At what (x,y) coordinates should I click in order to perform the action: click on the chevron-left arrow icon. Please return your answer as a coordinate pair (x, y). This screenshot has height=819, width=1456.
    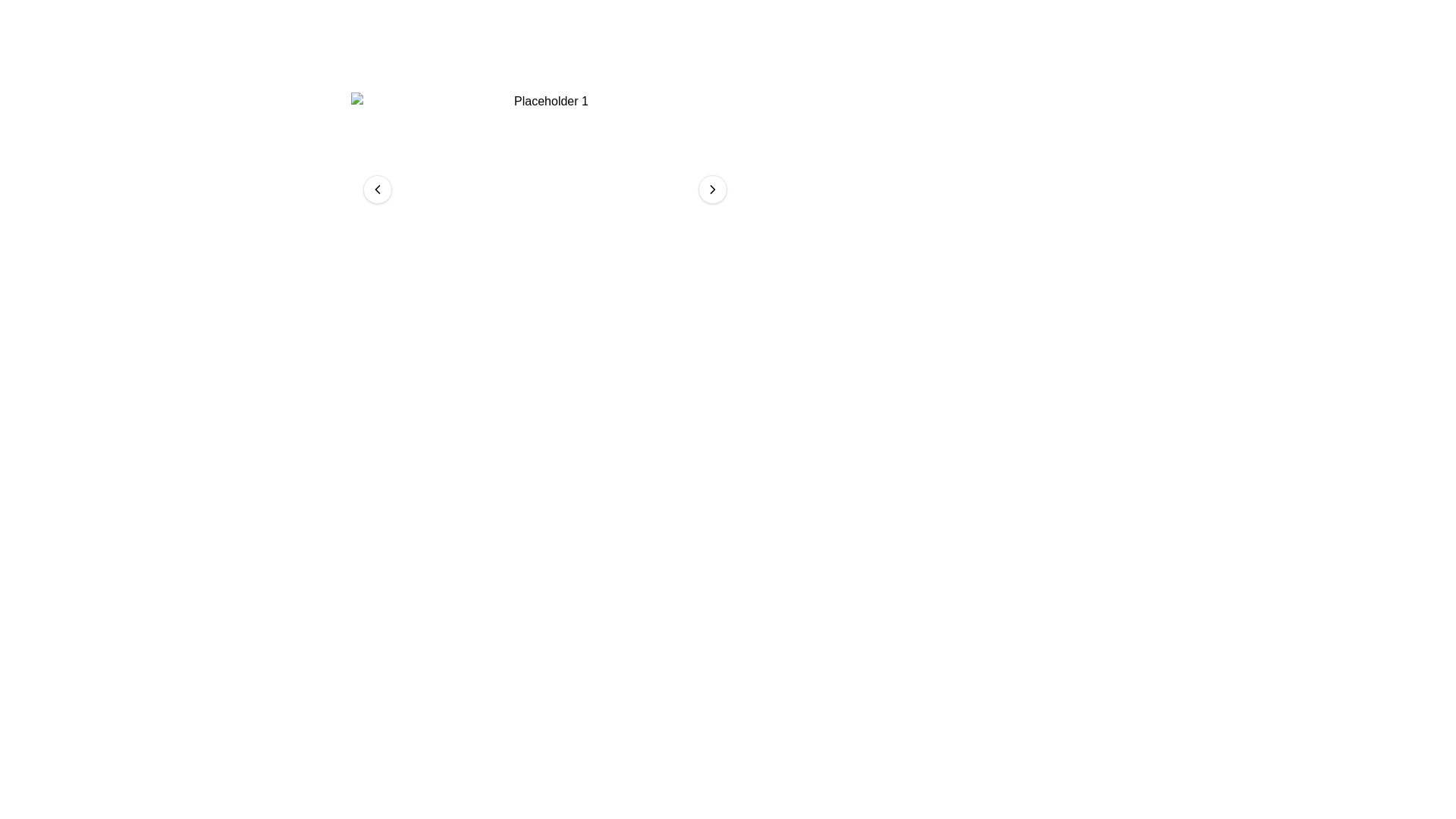
    Looking at the image, I should click on (378, 189).